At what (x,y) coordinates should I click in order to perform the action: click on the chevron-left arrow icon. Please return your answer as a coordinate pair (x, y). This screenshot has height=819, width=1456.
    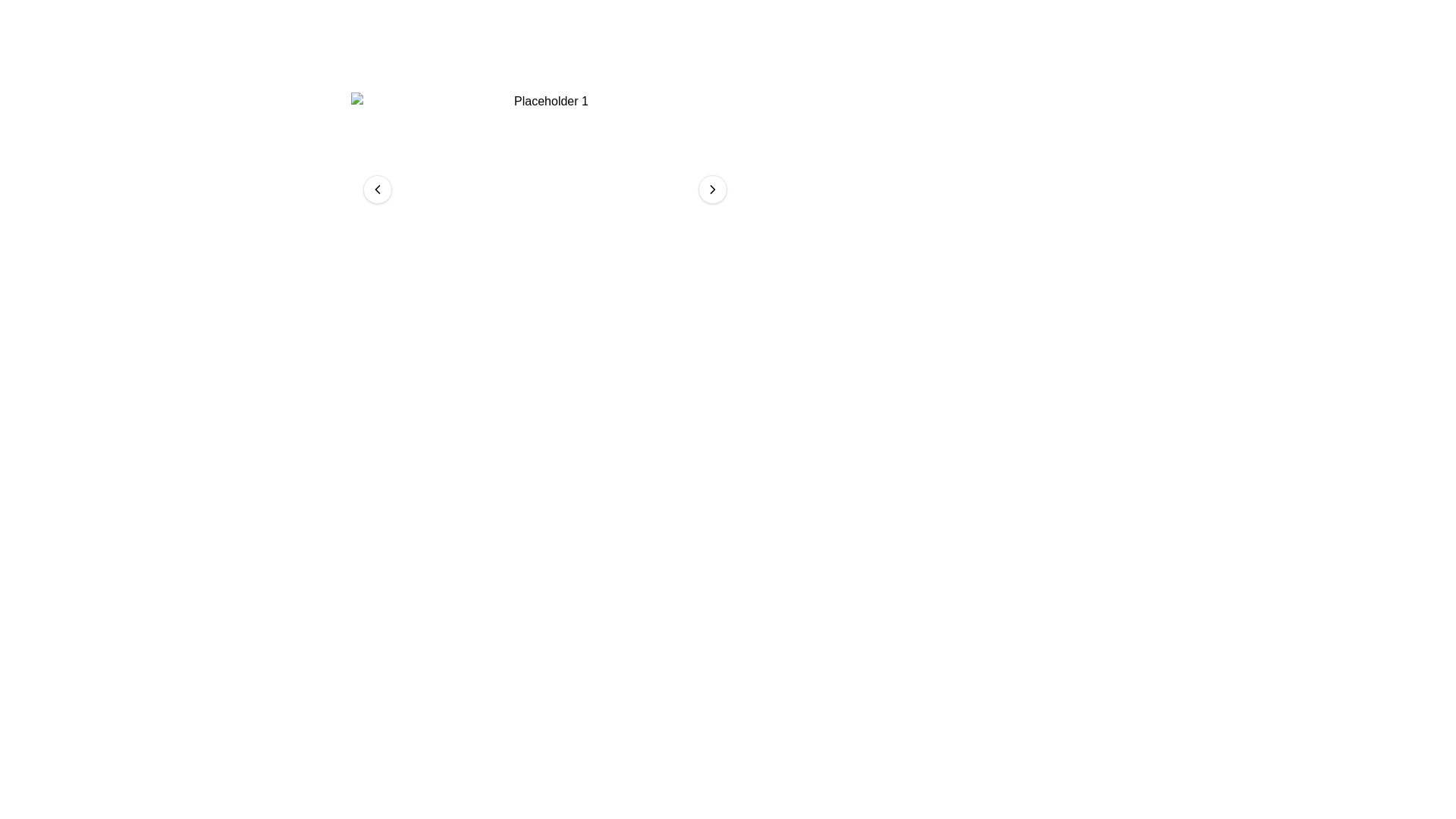
    Looking at the image, I should click on (378, 189).